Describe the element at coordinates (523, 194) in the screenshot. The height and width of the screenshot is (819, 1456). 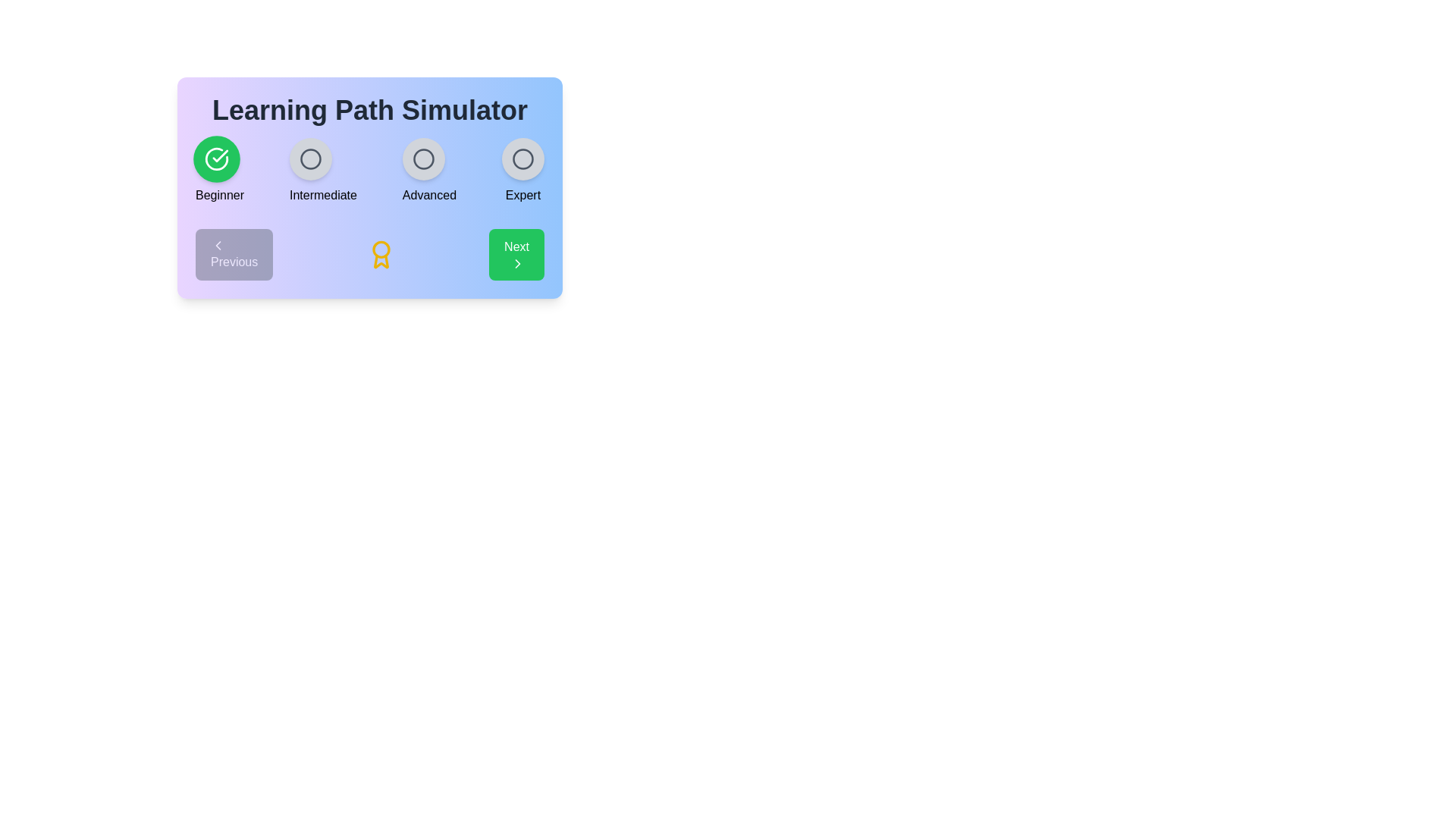
I see `the 'Expert' level Text Label, which is the fourth label in a horizontal list of four labels` at that location.